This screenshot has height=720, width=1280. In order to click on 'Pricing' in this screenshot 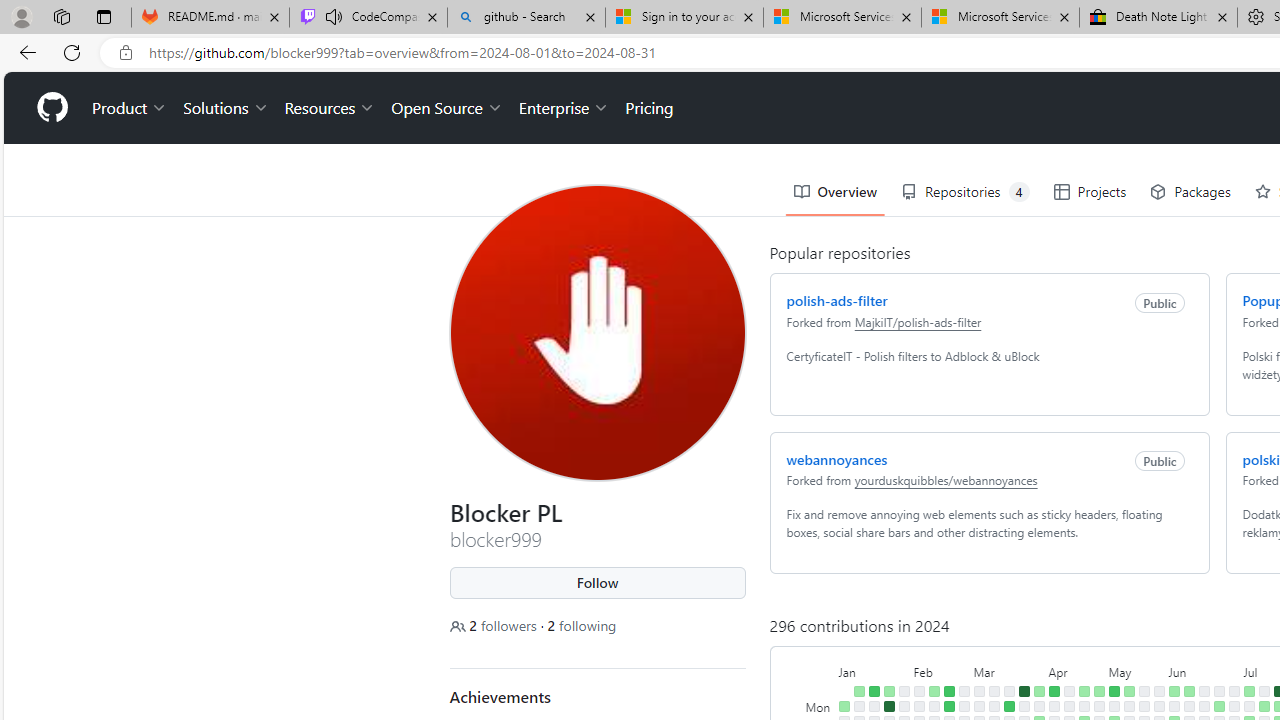, I will do `click(649, 108)`.